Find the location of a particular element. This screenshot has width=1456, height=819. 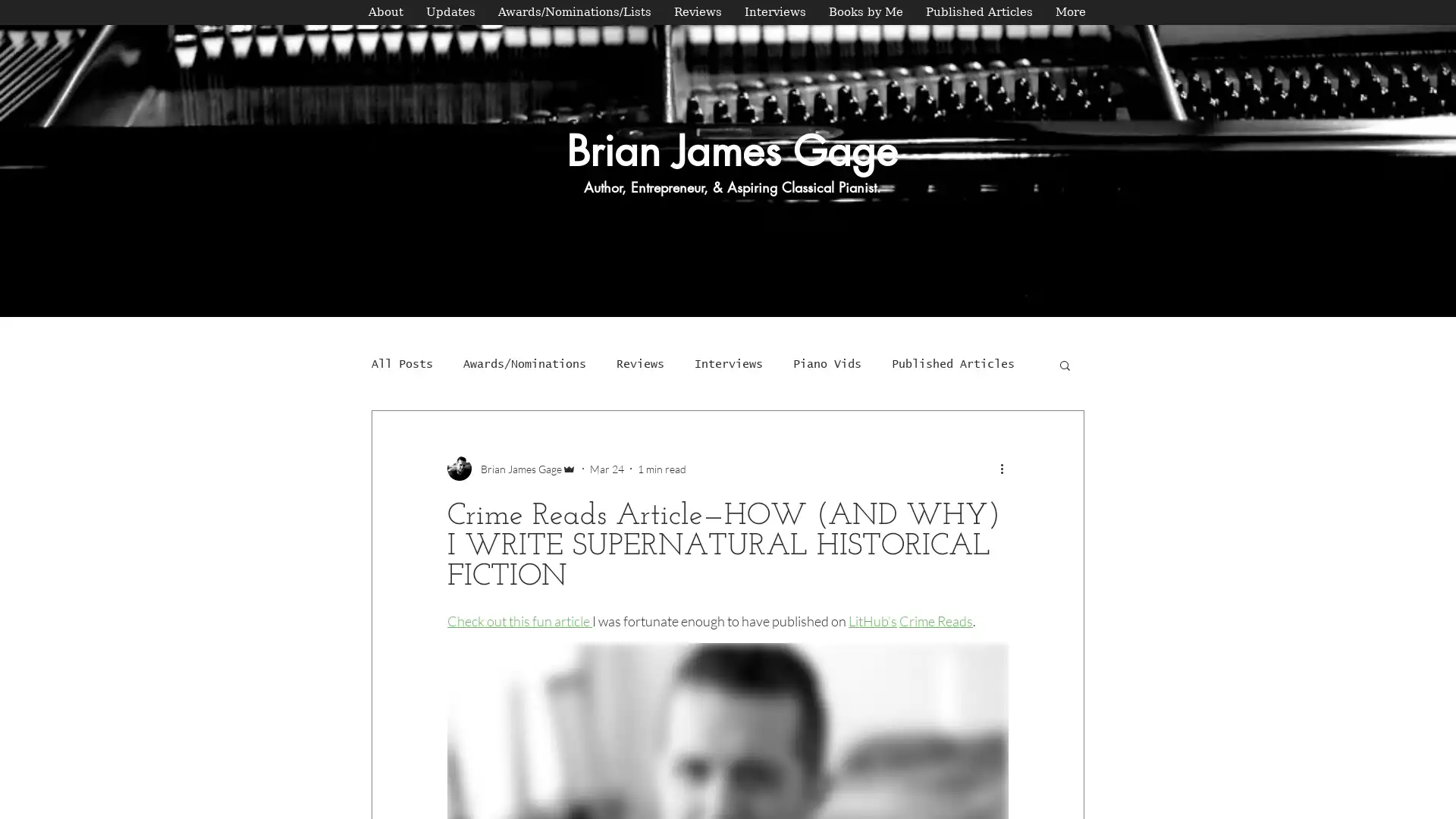

Piano Vids is located at coordinates (826, 365).